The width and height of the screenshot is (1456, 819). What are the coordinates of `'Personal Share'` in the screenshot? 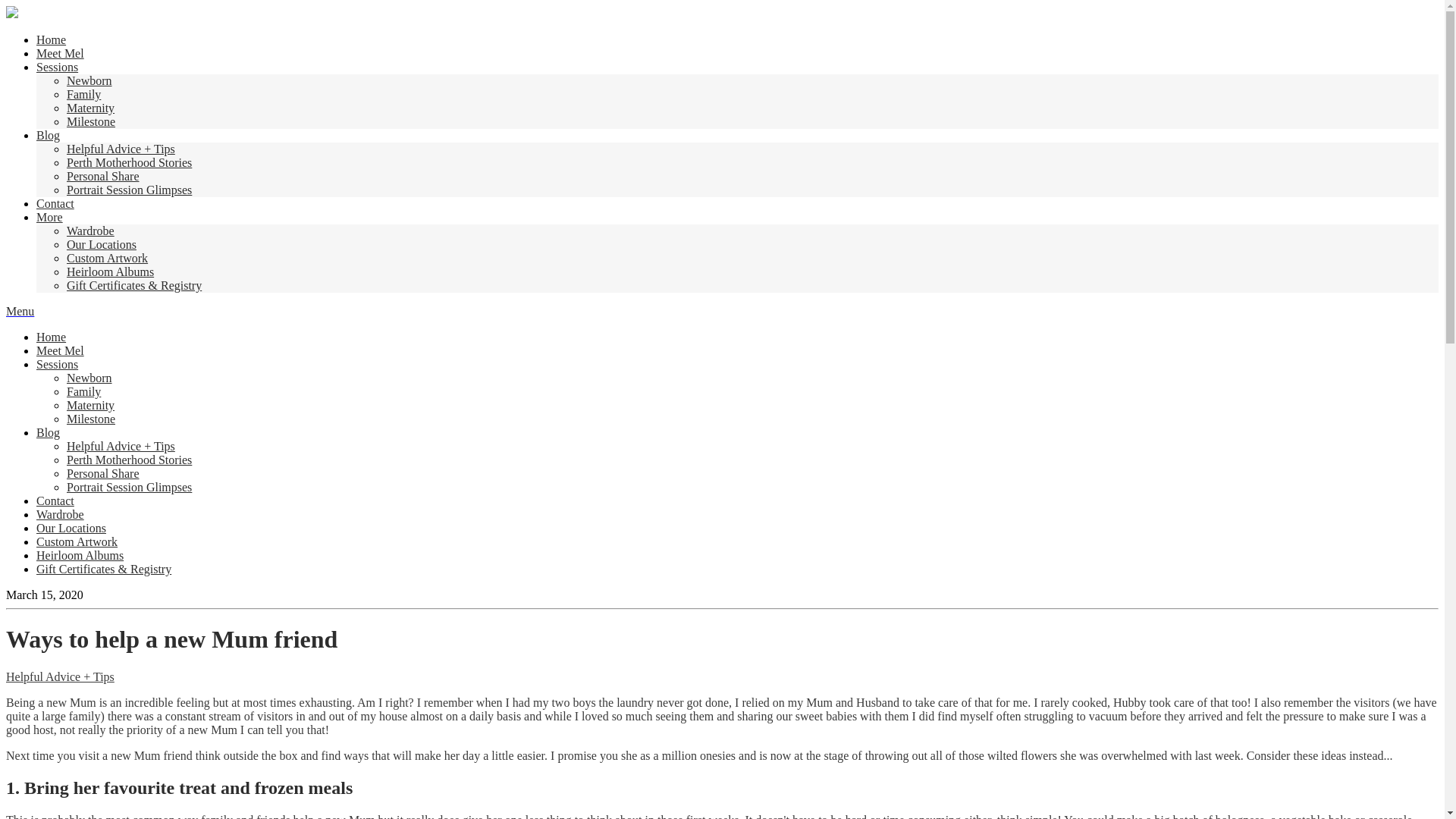 It's located at (102, 175).